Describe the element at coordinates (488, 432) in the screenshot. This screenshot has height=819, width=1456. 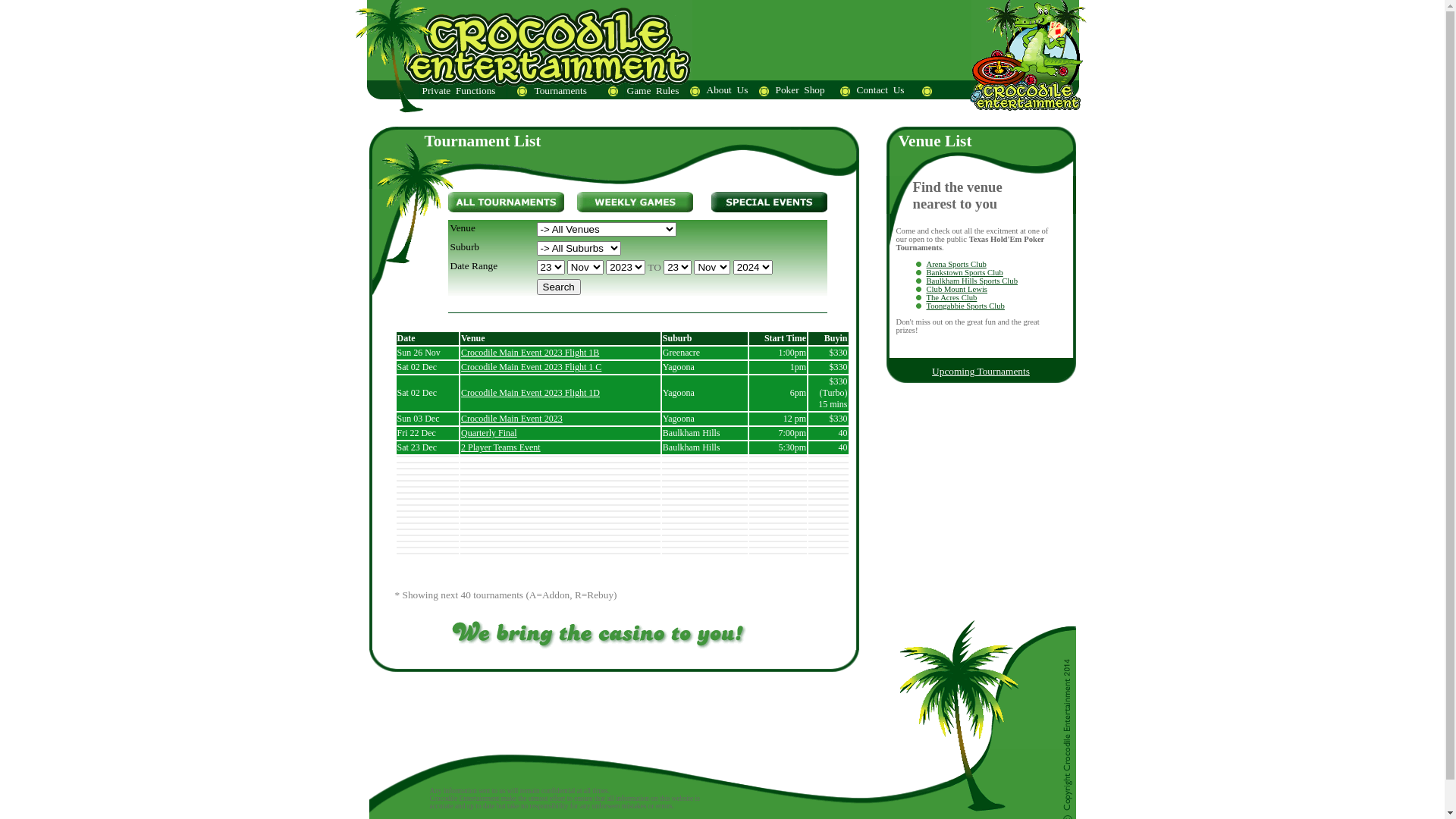
I see `'Quarterly Final'` at that location.